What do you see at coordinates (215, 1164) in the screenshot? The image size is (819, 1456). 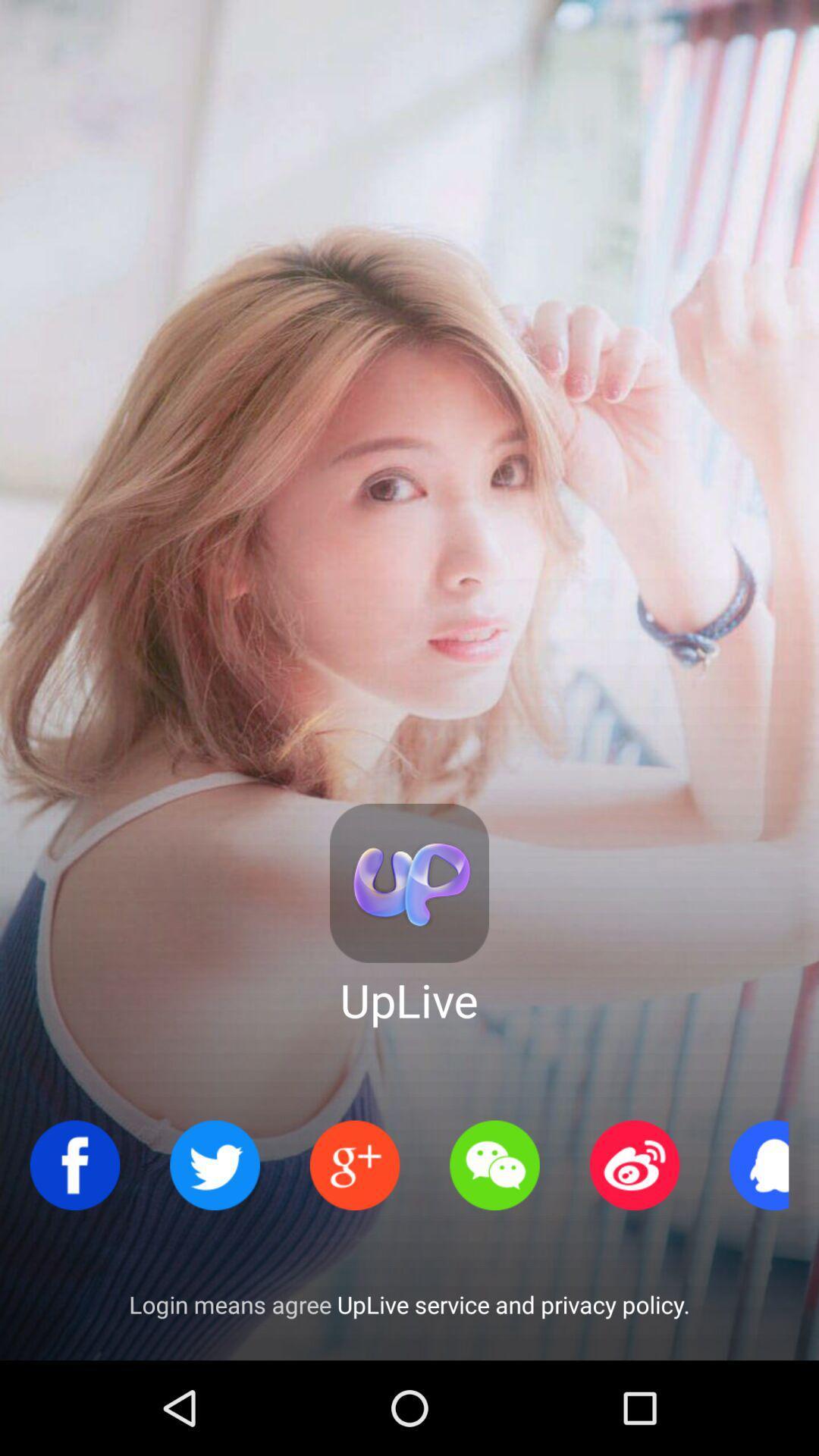 I see `the twitter icon` at bounding box center [215, 1164].